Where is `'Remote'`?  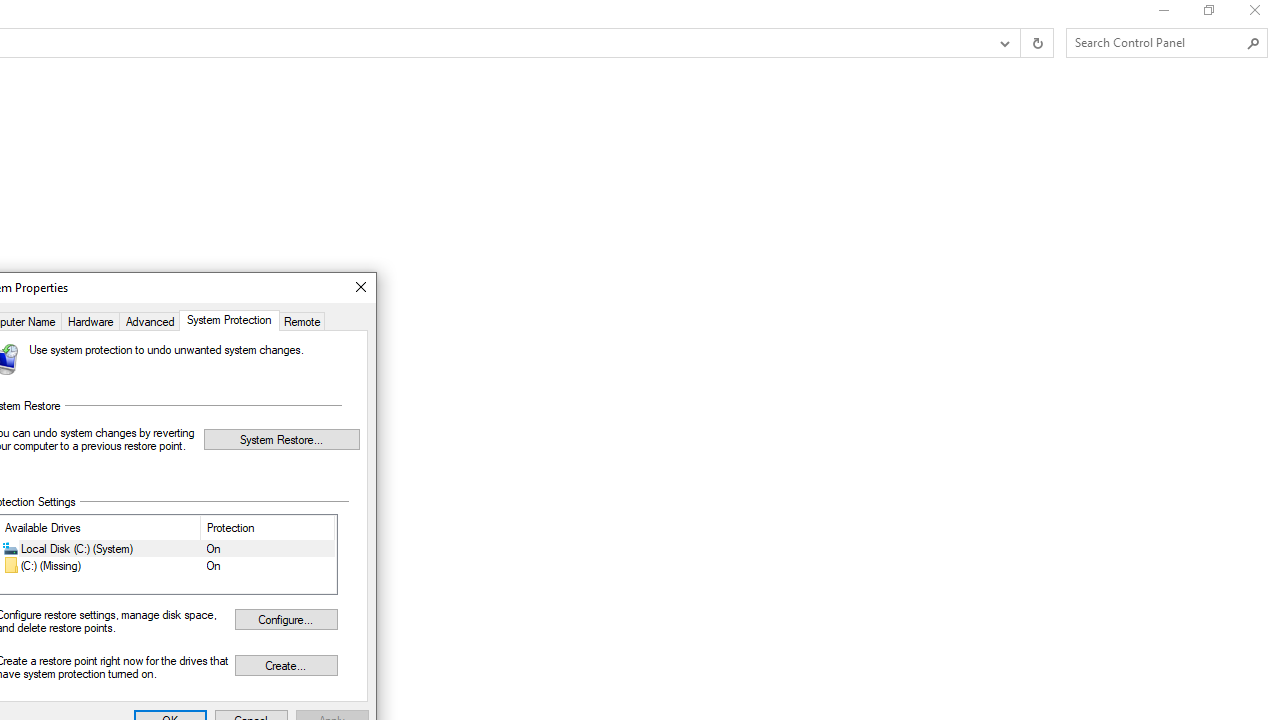 'Remote' is located at coordinates (301, 319).